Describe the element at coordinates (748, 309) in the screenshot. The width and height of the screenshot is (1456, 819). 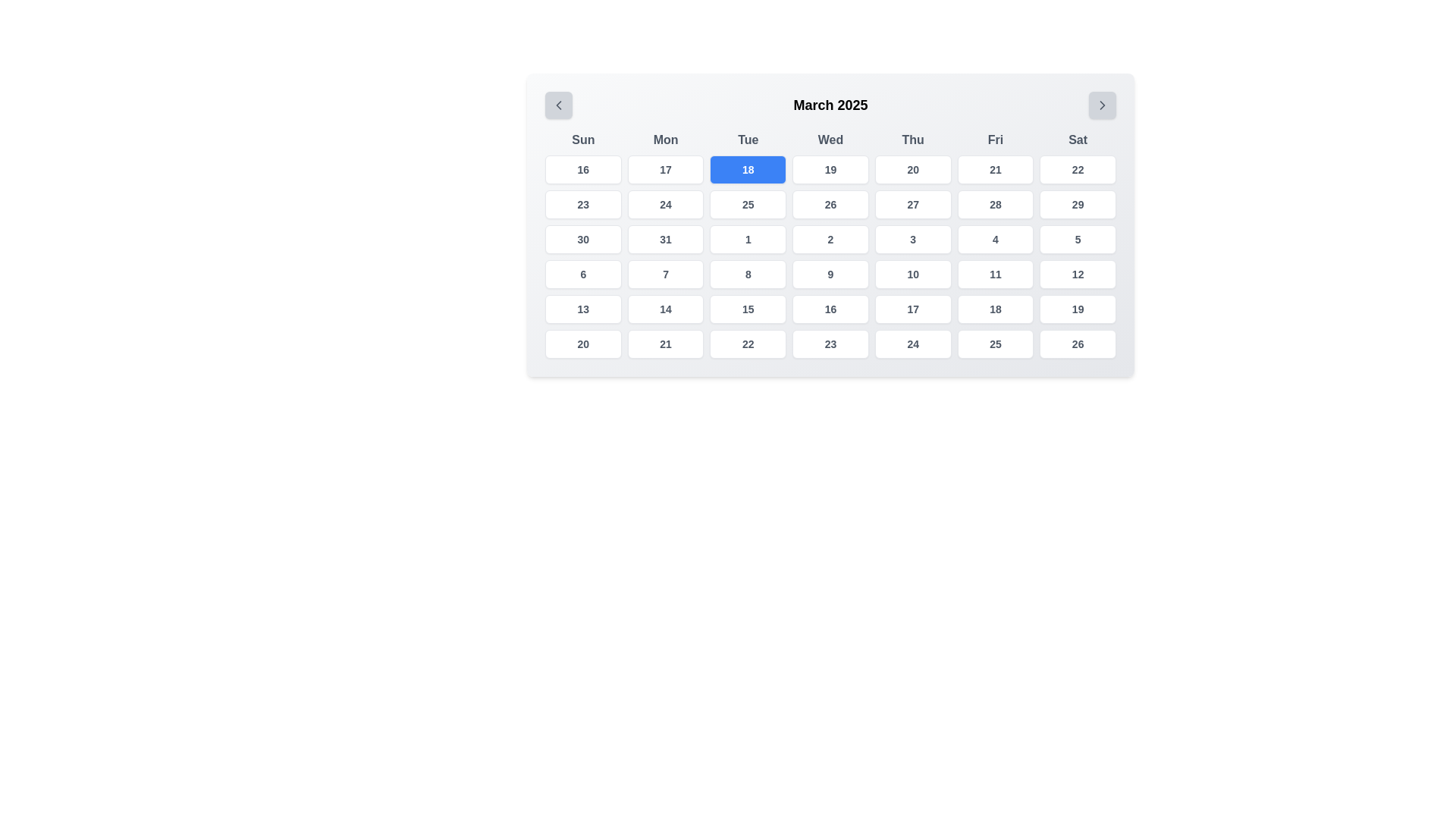
I see `the selectable day button for the date '15' in the calendar interface` at that location.